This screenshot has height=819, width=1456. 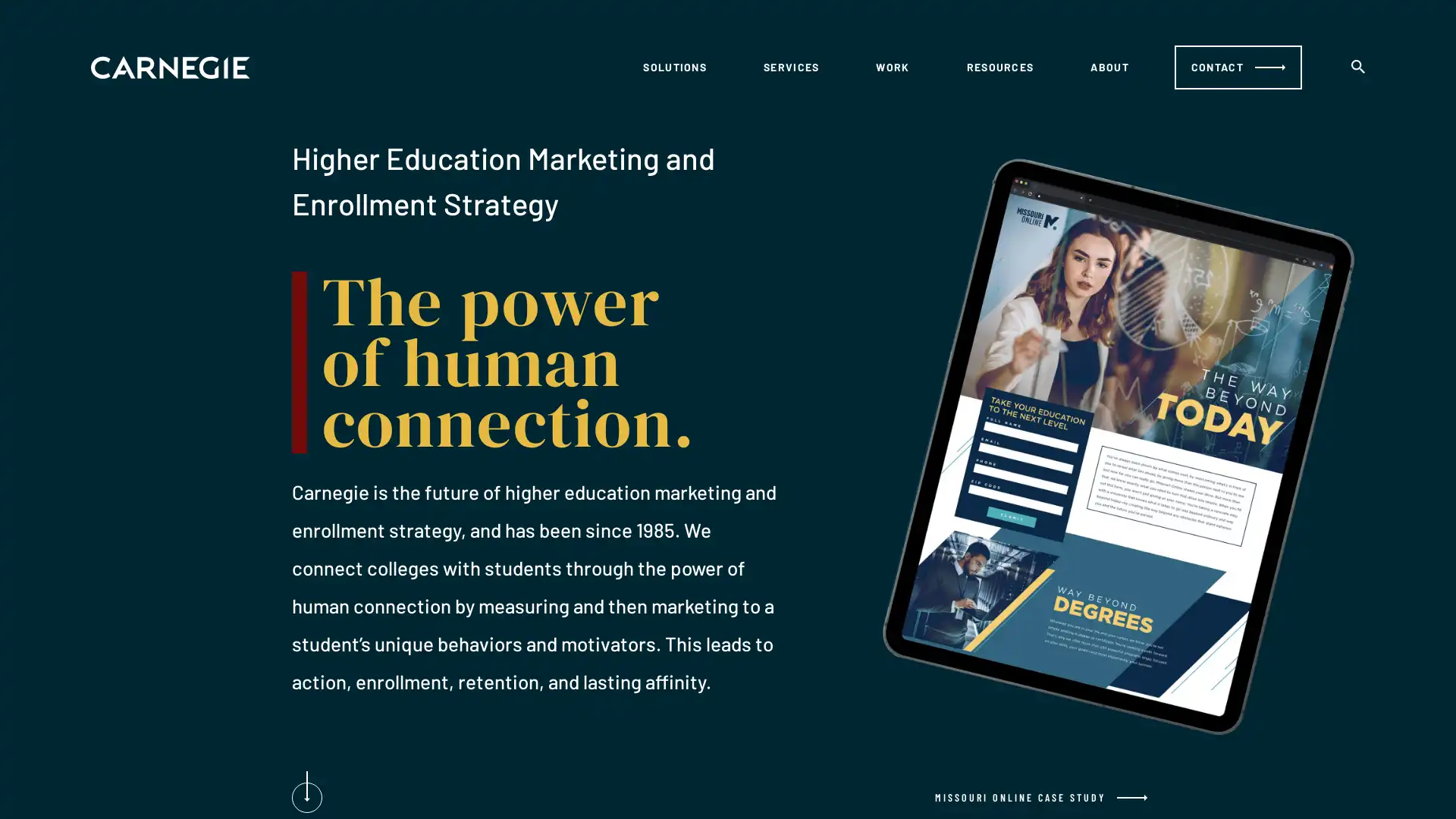 What do you see at coordinates (1350, 66) in the screenshot?
I see `search` at bounding box center [1350, 66].